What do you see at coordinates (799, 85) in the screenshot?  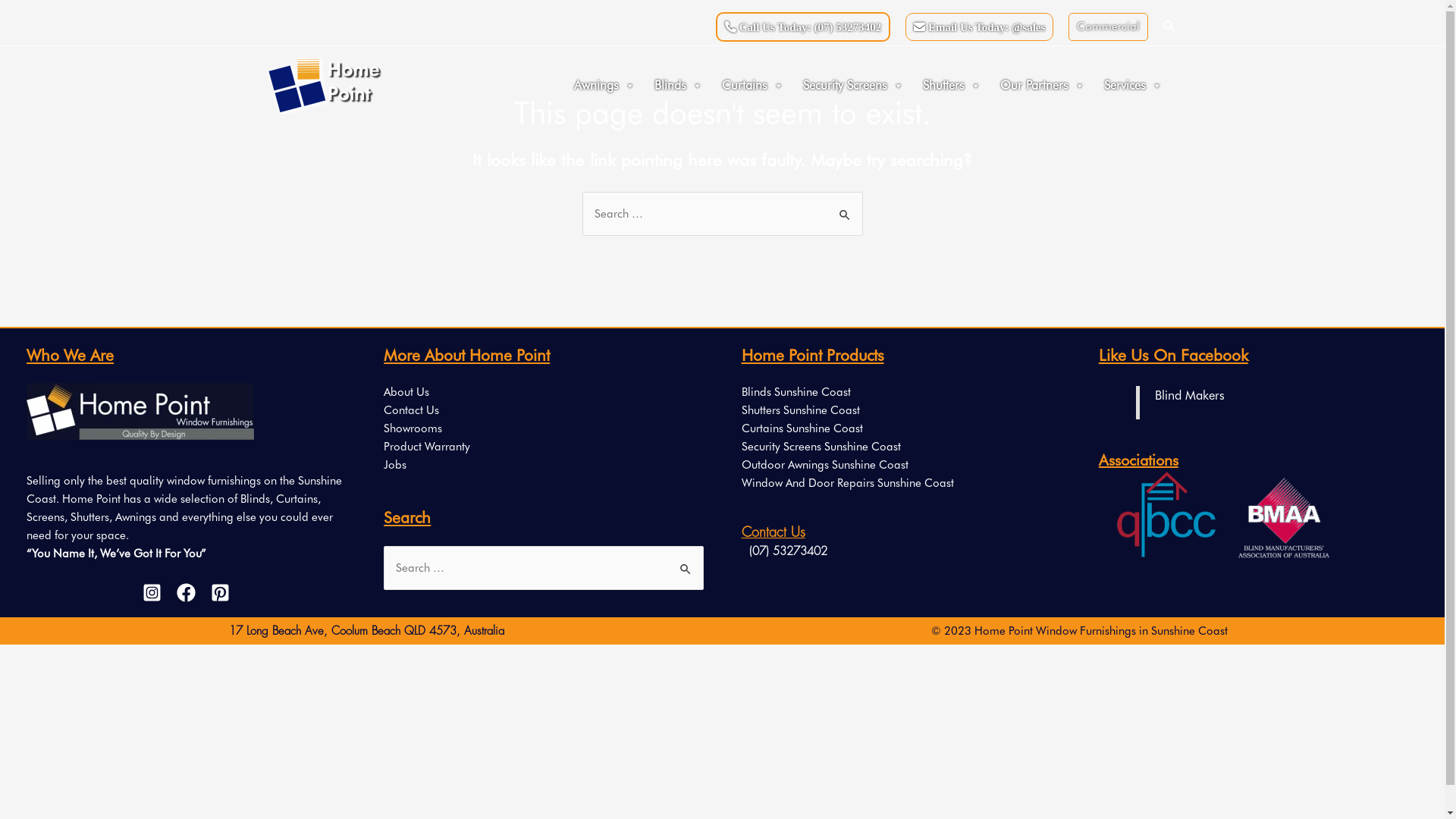 I see `'Security Screens'` at bounding box center [799, 85].